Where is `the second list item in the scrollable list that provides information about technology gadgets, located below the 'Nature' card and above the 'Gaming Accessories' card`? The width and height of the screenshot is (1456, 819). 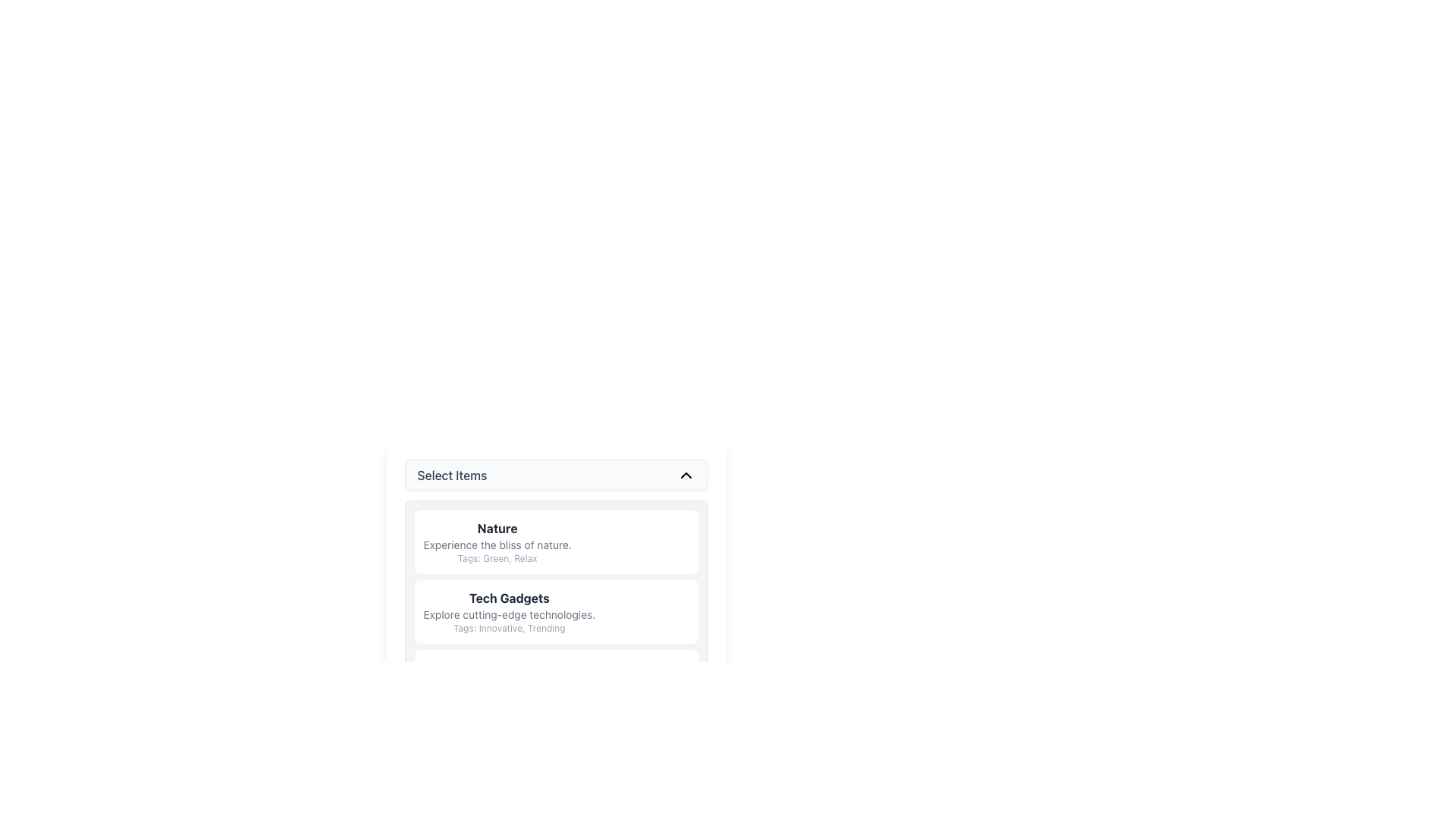 the second list item in the scrollable list that provides information about technology gadgets, located below the 'Nature' card and above the 'Gaming Accessories' card is located at coordinates (555, 610).